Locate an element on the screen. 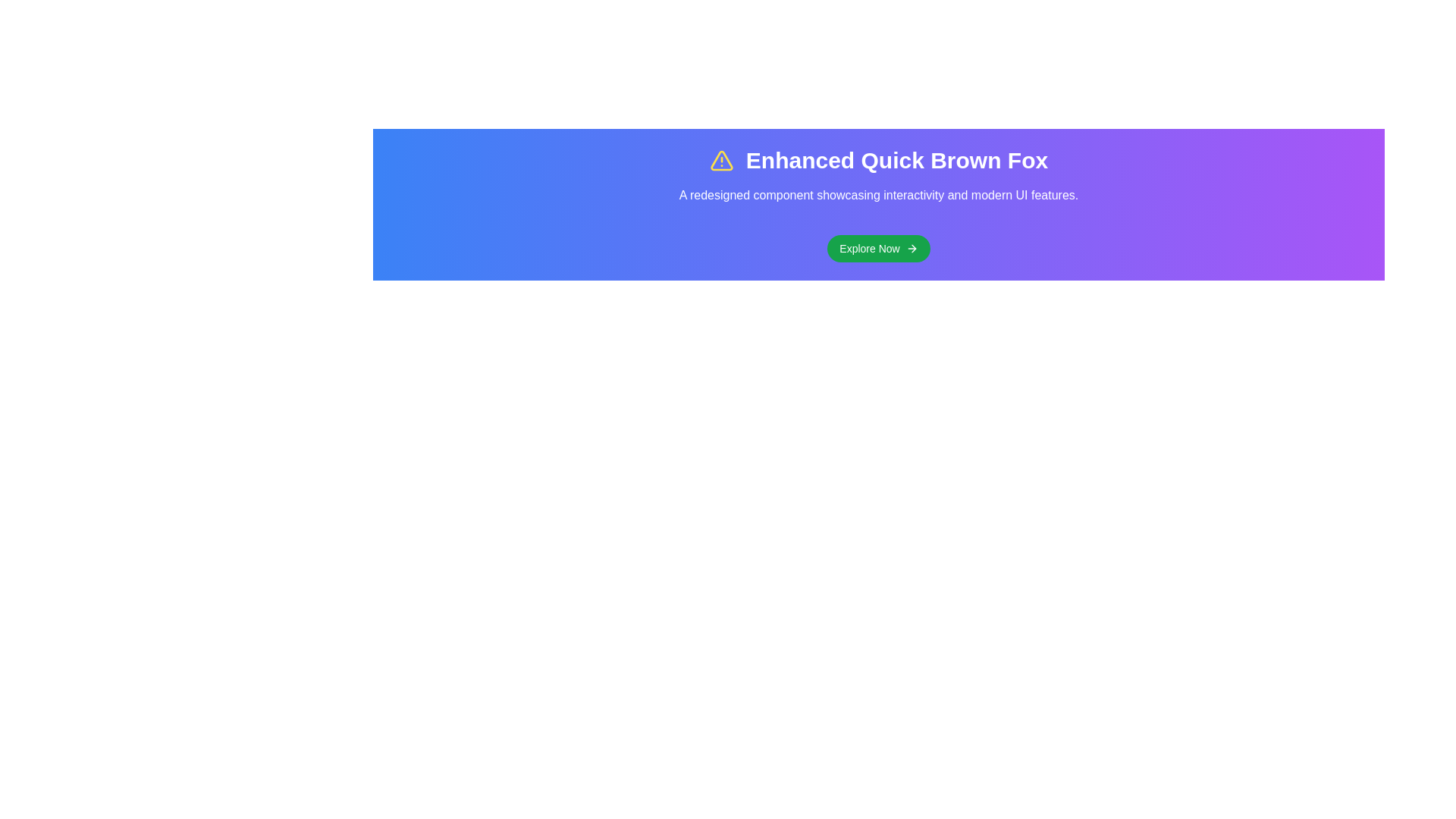  the yellow triangular warning icon with an exclamation mark located near the top center of the interface, preceding the text 'Enhanced Quick Brown Fox' is located at coordinates (720, 161).